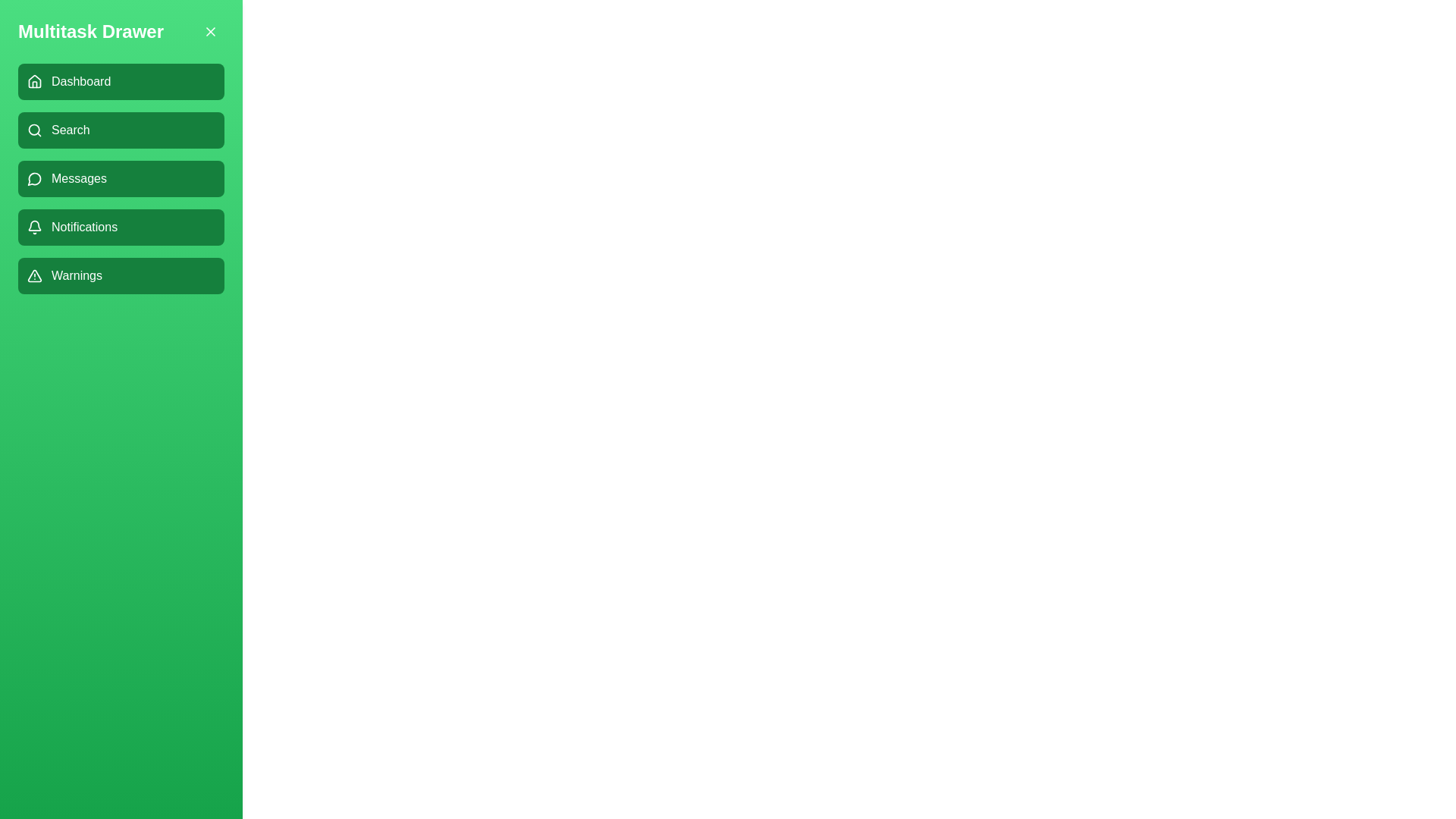  I want to click on the 'X' button in the header of the multitask drawer to close it, so click(210, 32).